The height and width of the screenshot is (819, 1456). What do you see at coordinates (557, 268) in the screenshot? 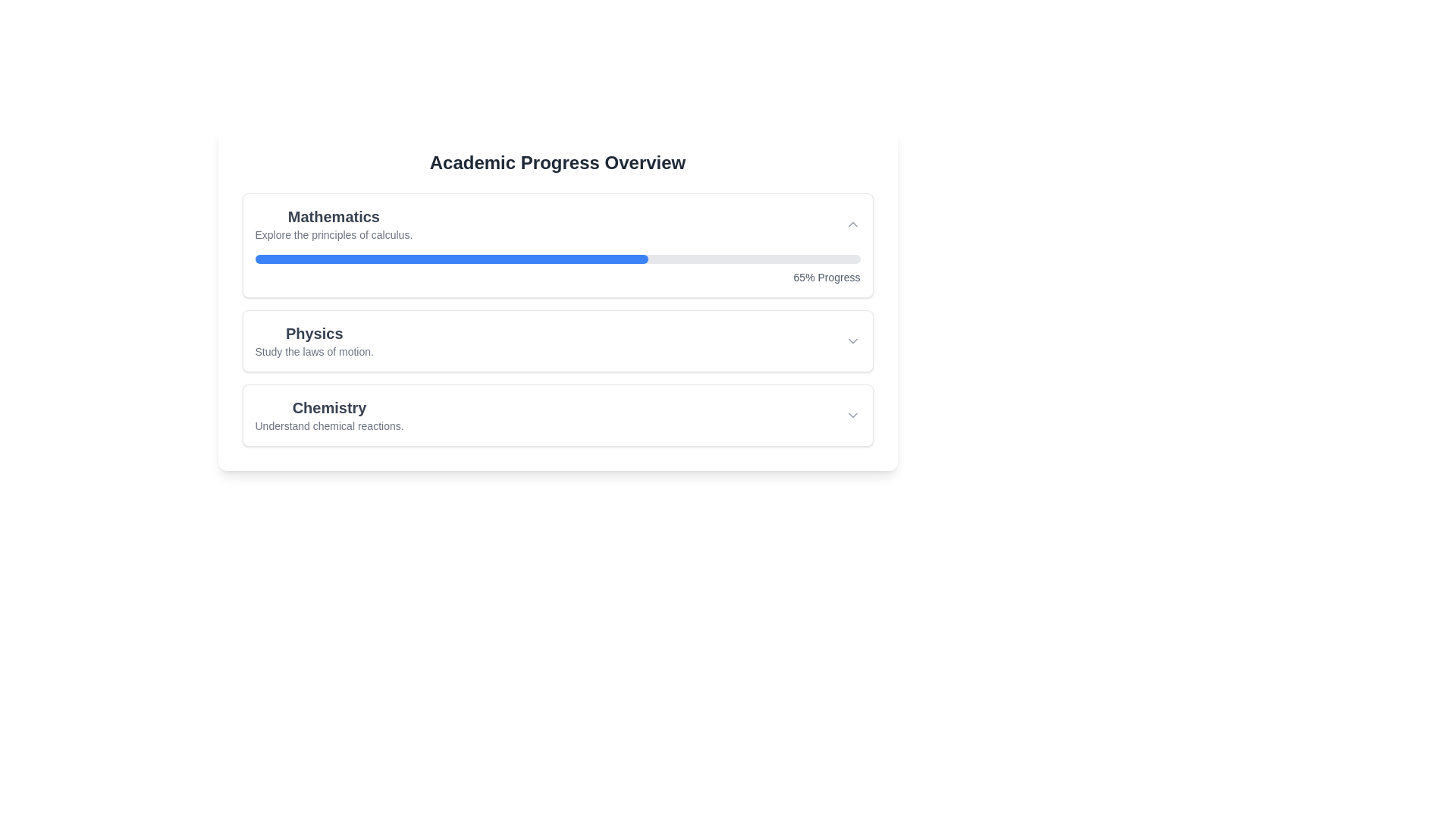
I see `the progress indicator located below the heading 'Mathematics' and the description 'Explore the principles of calculus'` at bounding box center [557, 268].